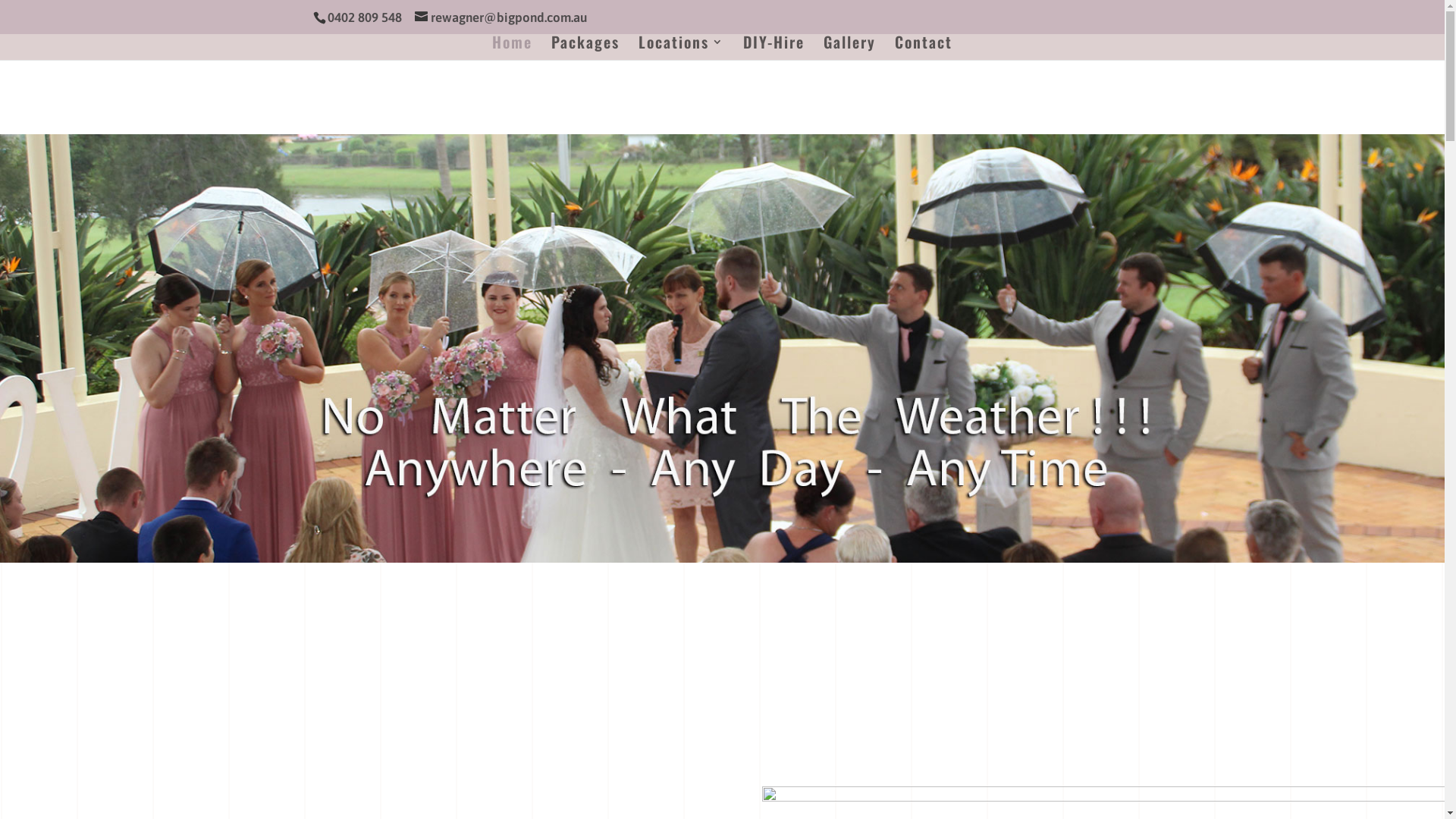 This screenshot has height=819, width=1456. I want to click on 'Contact', so click(923, 47).